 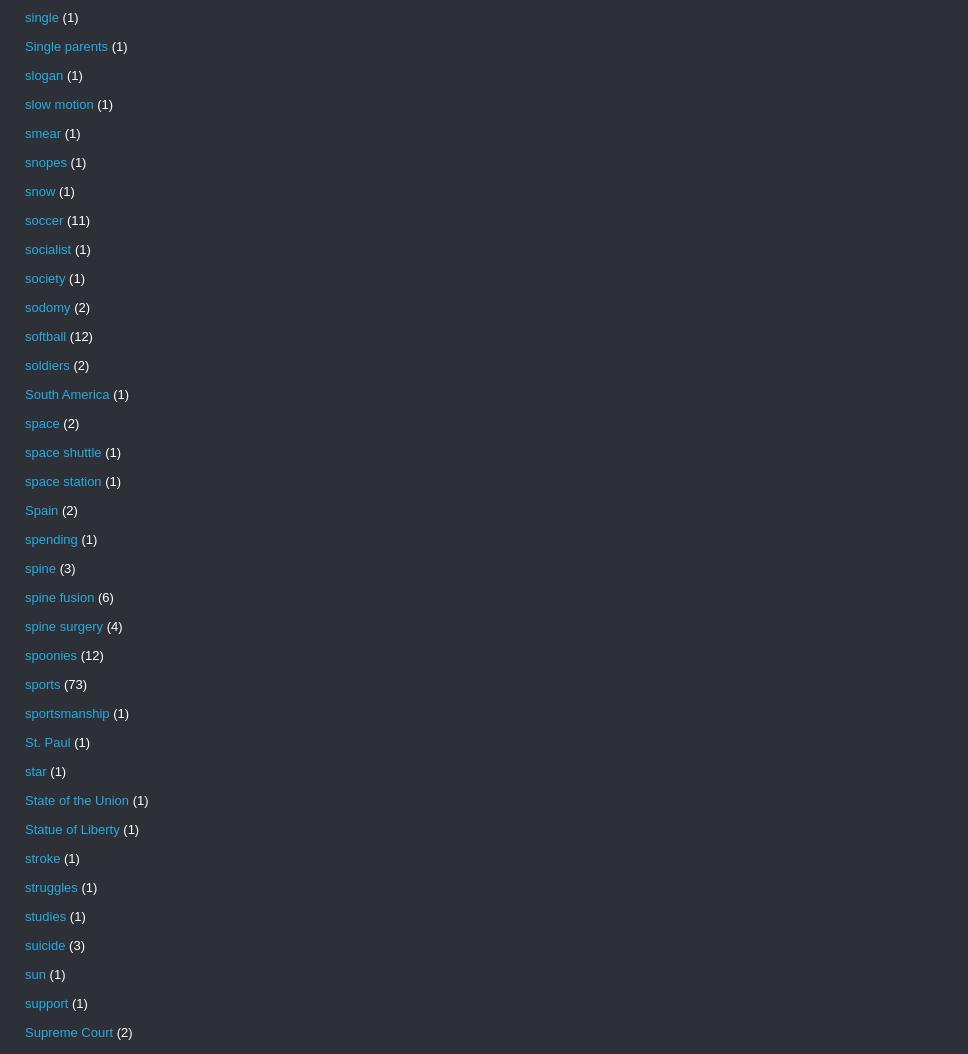 I want to click on 'society', so click(x=24, y=277).